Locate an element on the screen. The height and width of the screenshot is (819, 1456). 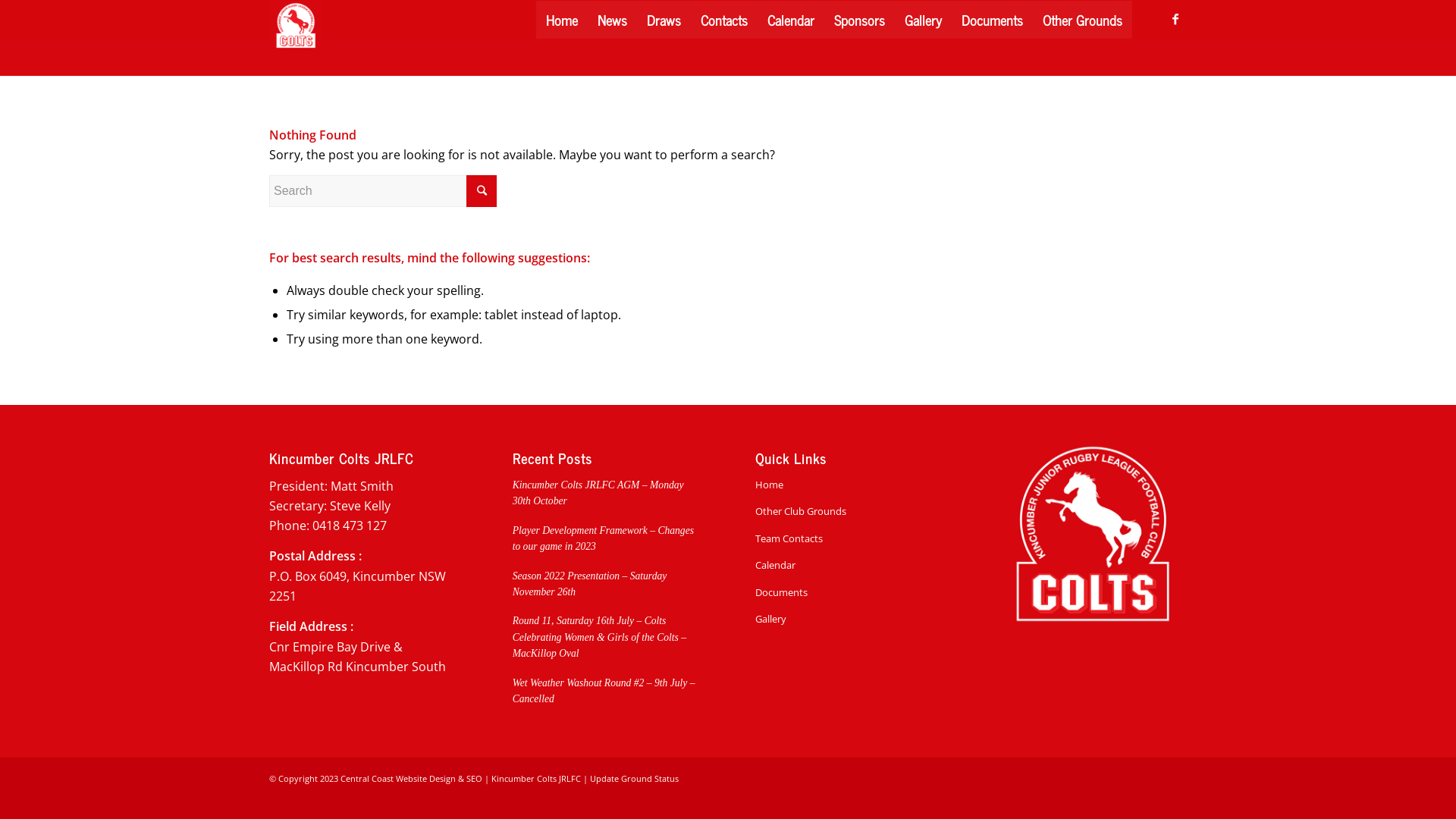
'Other Club Grounds' is located at coordinates (848, 511).